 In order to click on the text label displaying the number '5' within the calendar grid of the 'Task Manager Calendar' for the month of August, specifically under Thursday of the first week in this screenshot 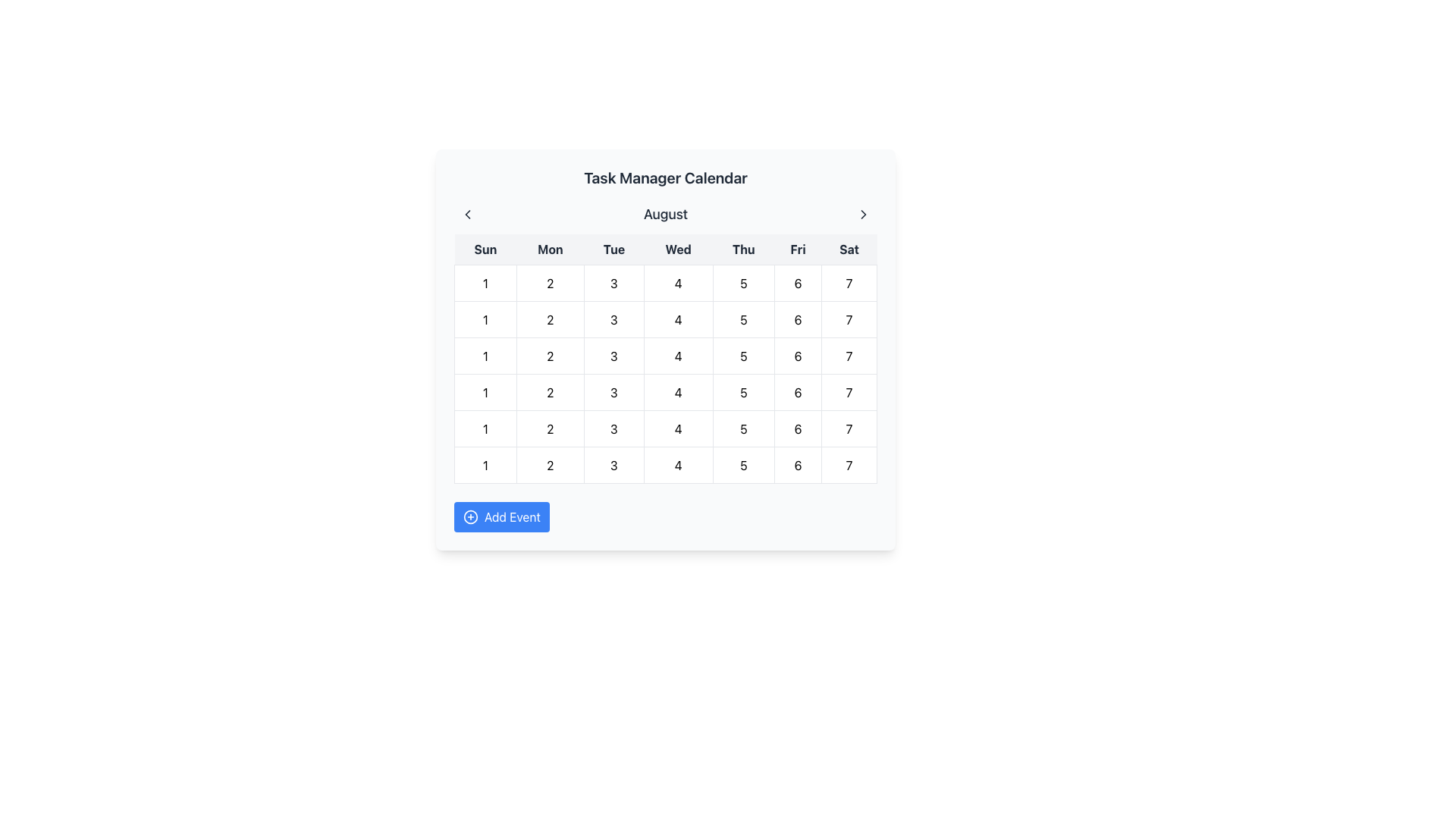, I will do `click(743, 464)`.